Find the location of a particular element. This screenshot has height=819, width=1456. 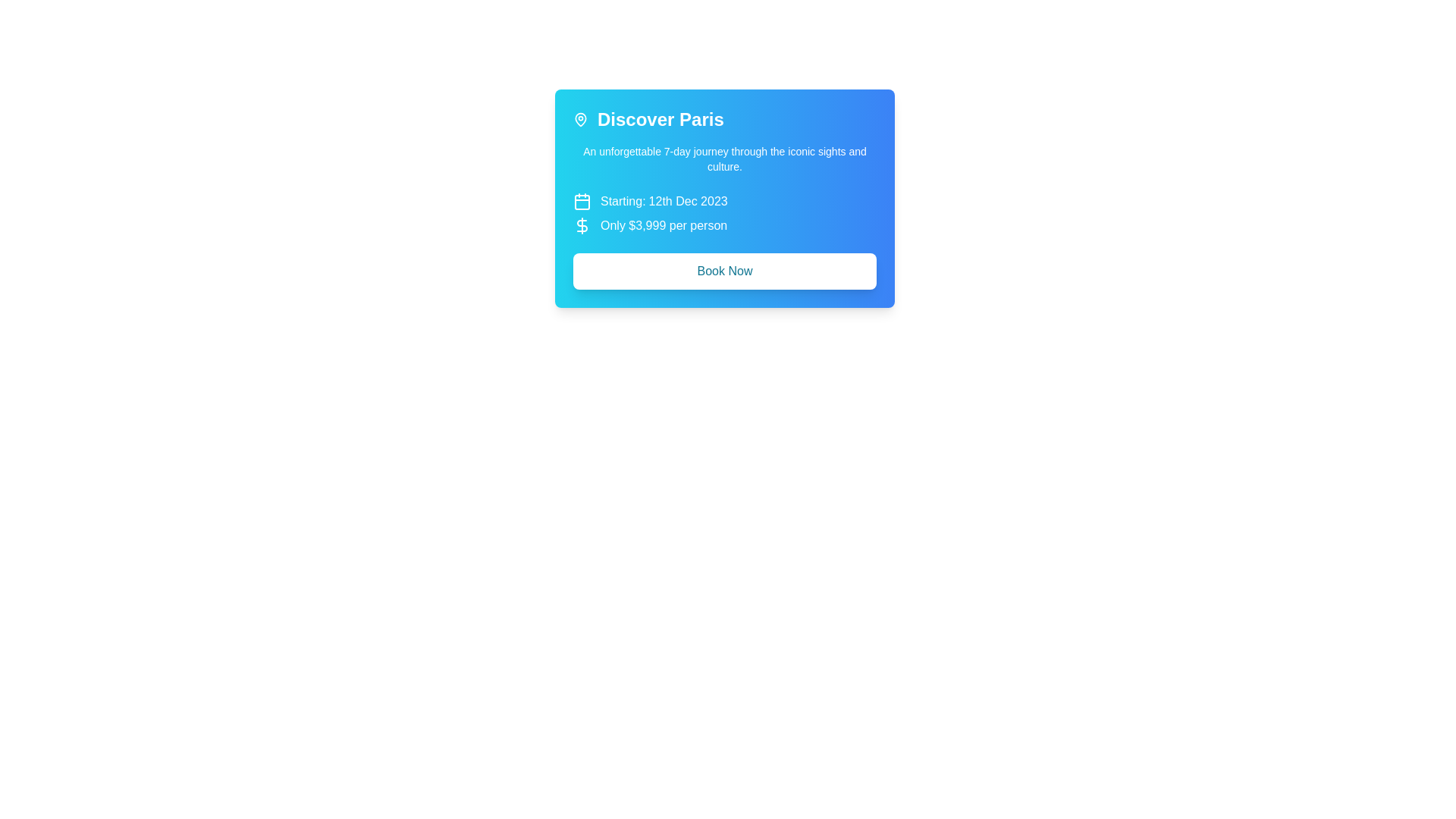

the text section that indicates the starting date of the trip, which is located below the title 'Discover Paris' and above the price information 'Only $3,999 per person' is located at coordinates (723, 201).